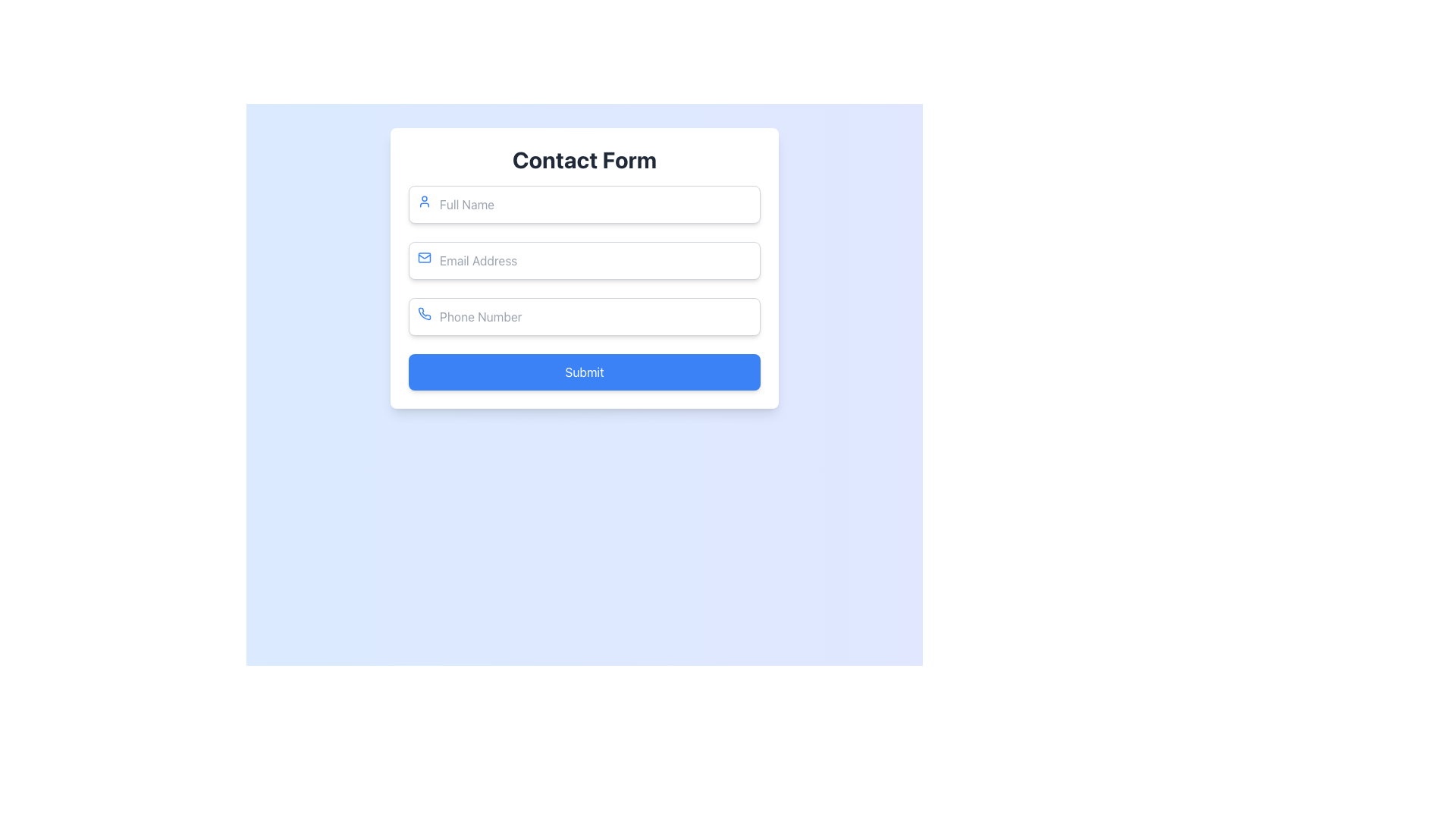 The width and height of the screenshot is (1456, 819). Describe the element at coordinates (425, 201) in the screenshot. I see `the small blue user icon located to the left of the 'Full Name' input field on the contact form, which features a minimalist profile silhouette design` at that location.